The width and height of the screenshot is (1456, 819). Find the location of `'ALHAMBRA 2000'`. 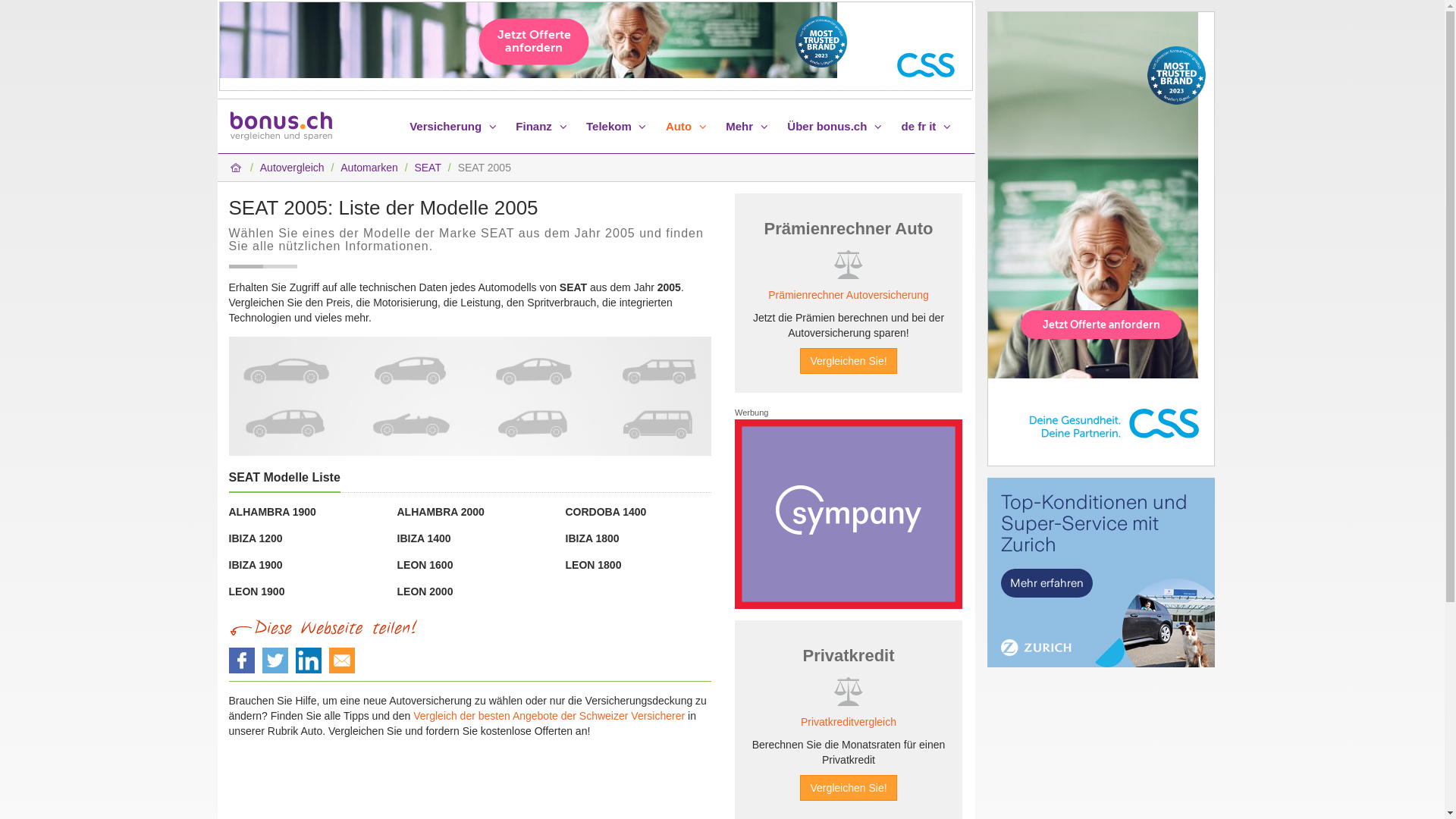

'ALHAMBRA 2000' is located at coordinates (440, 512).